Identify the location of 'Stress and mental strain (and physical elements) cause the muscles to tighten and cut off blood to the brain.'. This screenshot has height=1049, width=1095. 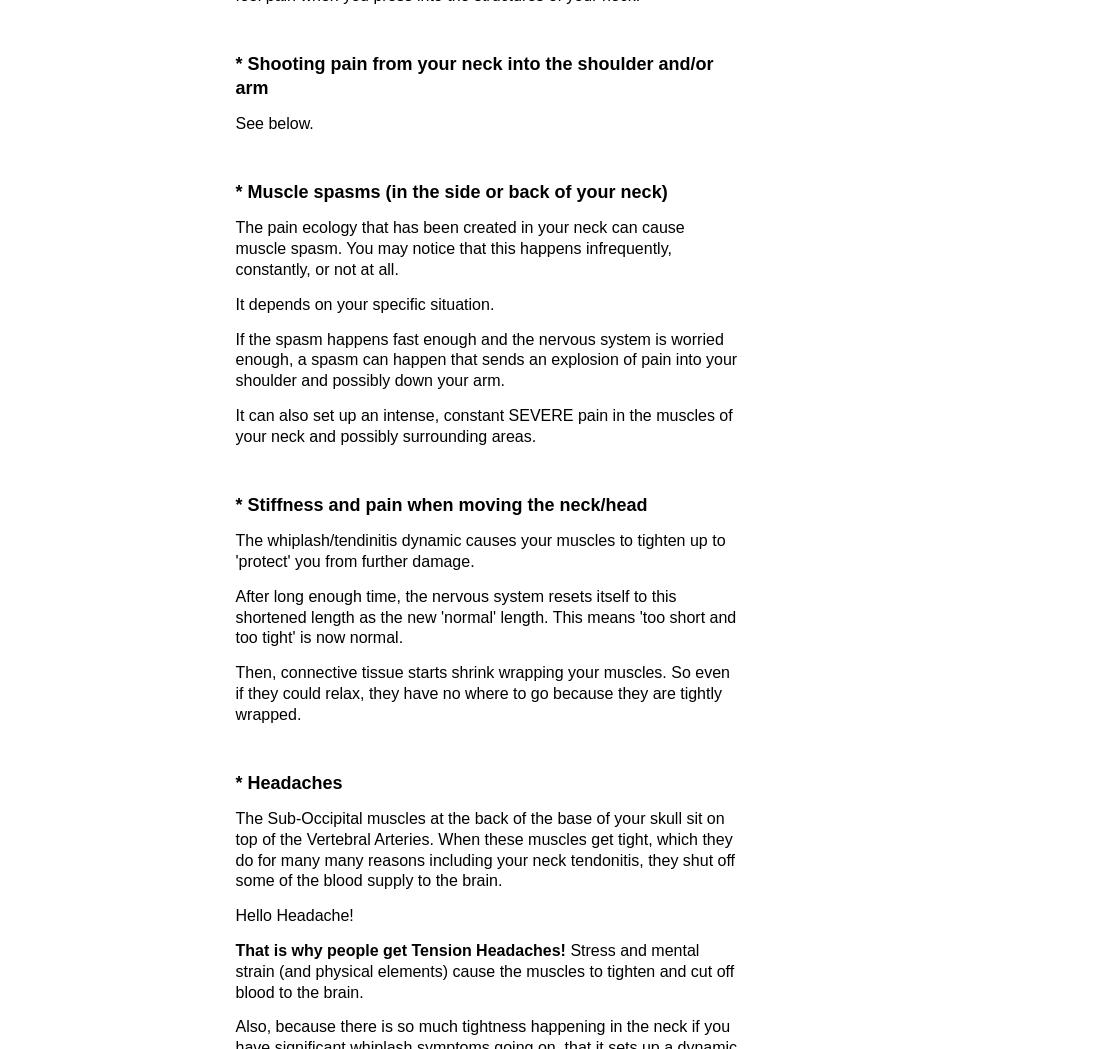
(483, 969).